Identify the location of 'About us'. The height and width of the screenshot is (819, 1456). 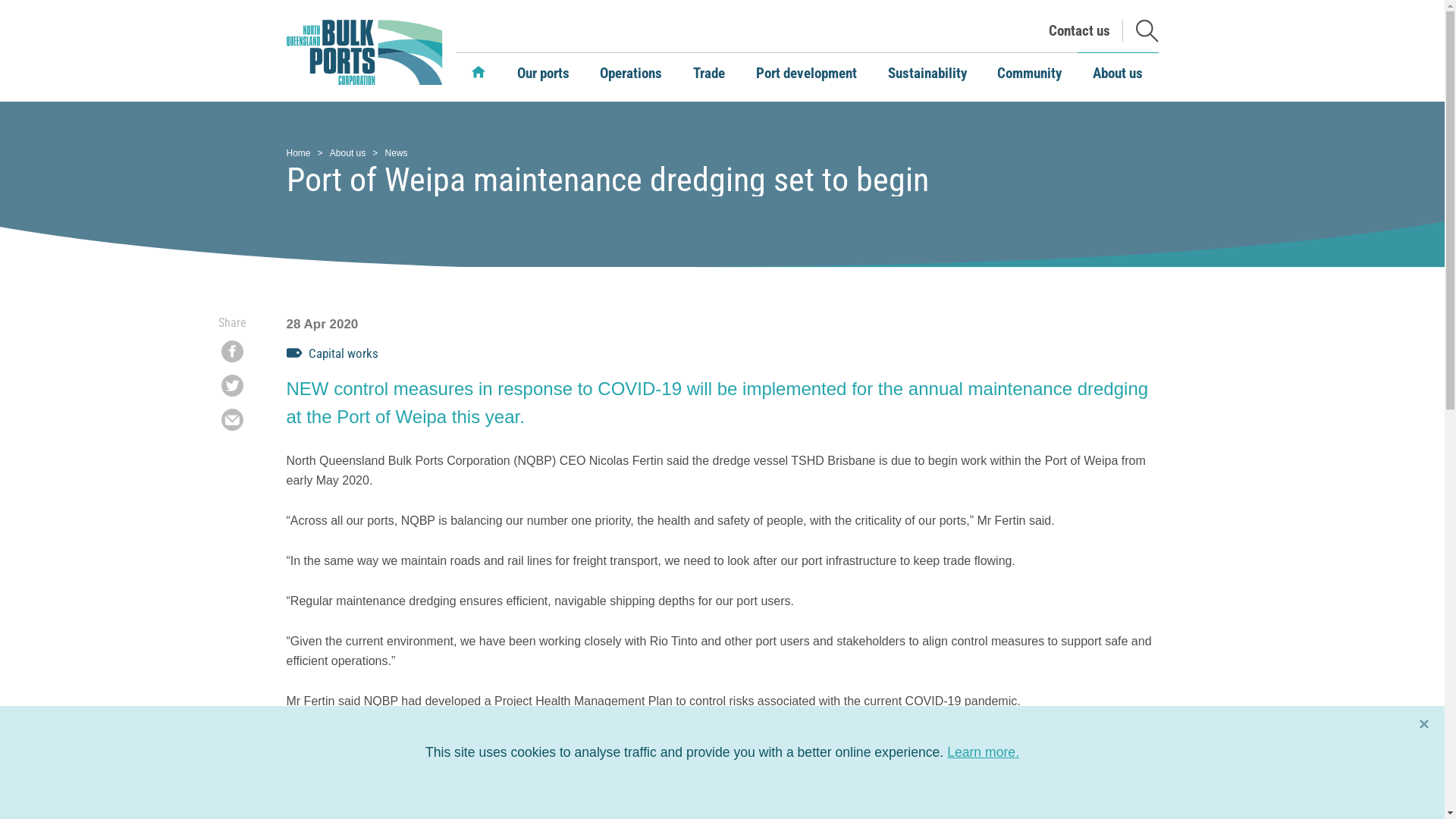
(347, 152).